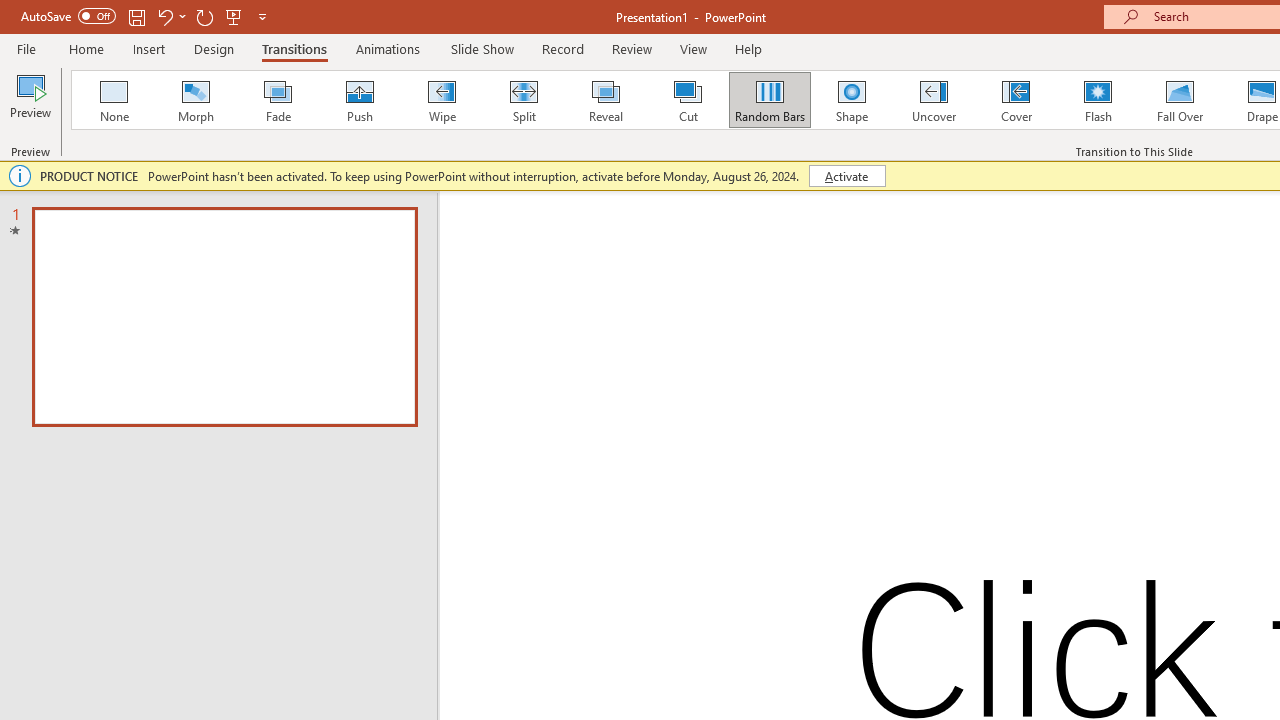 This screenshot has height=720, width=1280. I want to click on 'Reveal', so click(604, 100).